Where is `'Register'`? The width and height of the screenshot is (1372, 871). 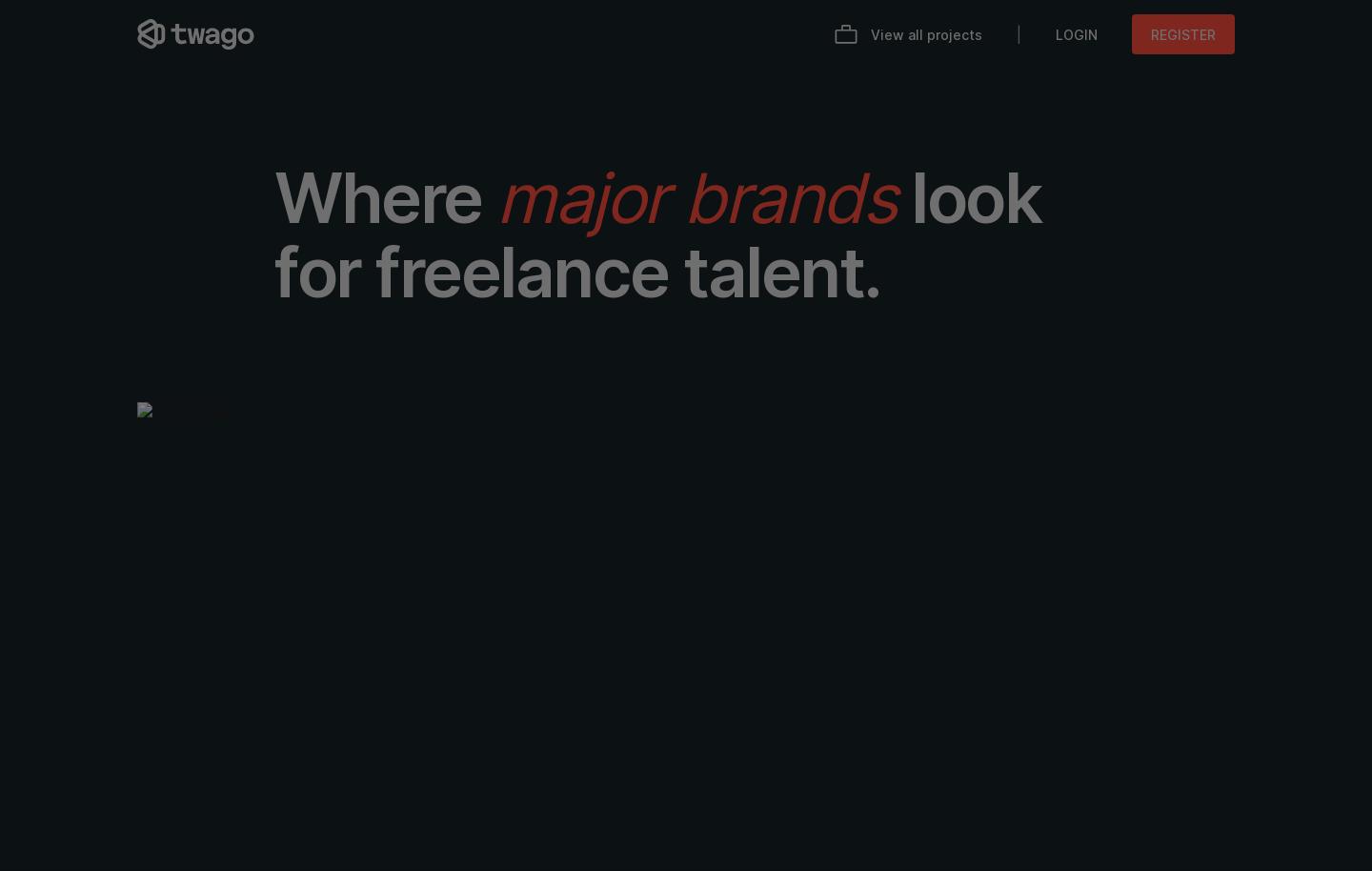
'Register' is located at coordinates (1182, 33).